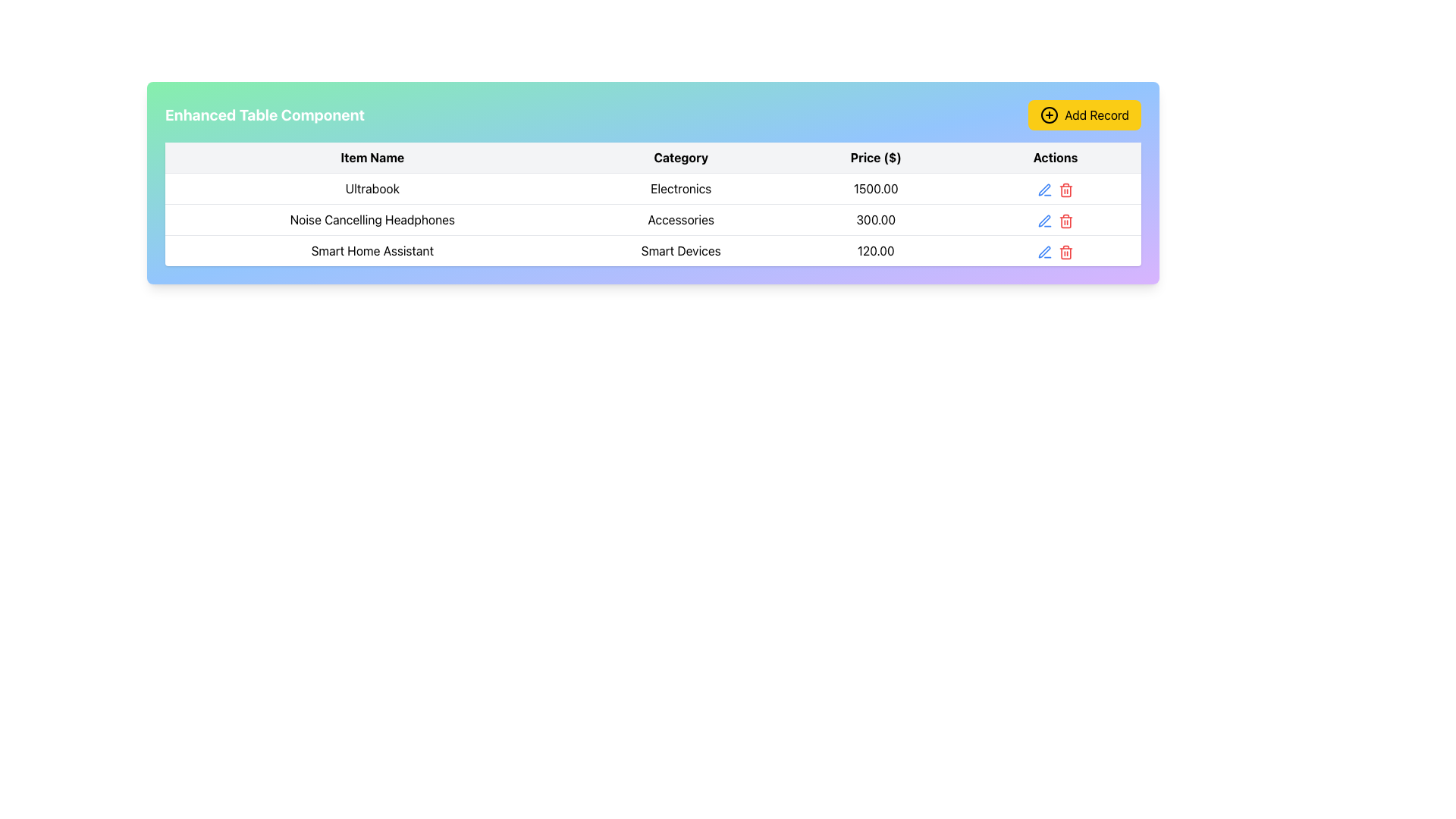 The height and width of the screenshot is (819, 1456). Describe the element at coordinates (653, 249) in the screenshot. I see `the third row of the table that contains product information, specifically for 'Smart Home Assistant', 'Smart Devices', and '$120.00'` at that location.